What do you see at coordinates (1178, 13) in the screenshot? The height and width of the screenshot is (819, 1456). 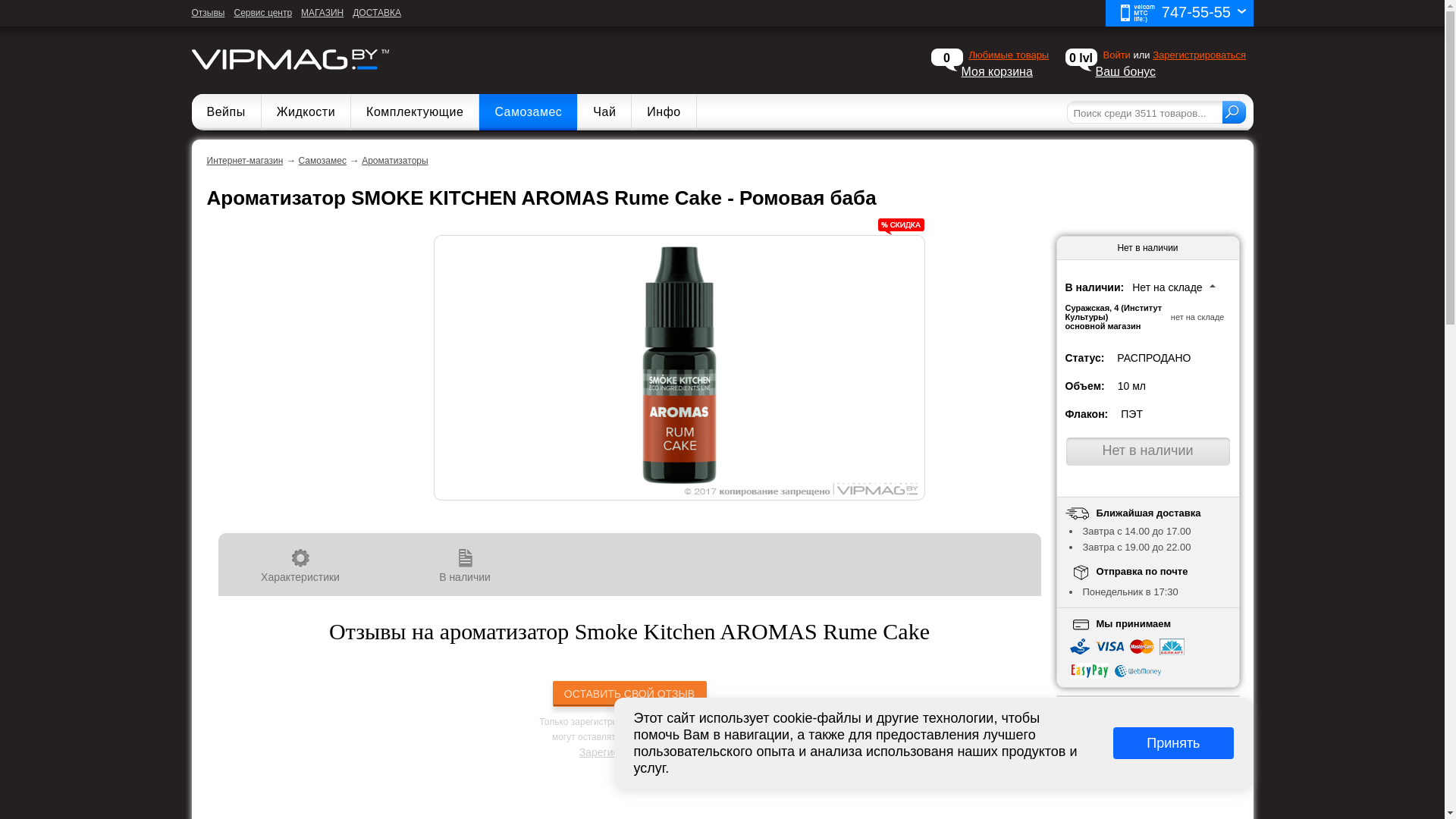 I see `'747-55-55'` at bounding box center [1178, 13].